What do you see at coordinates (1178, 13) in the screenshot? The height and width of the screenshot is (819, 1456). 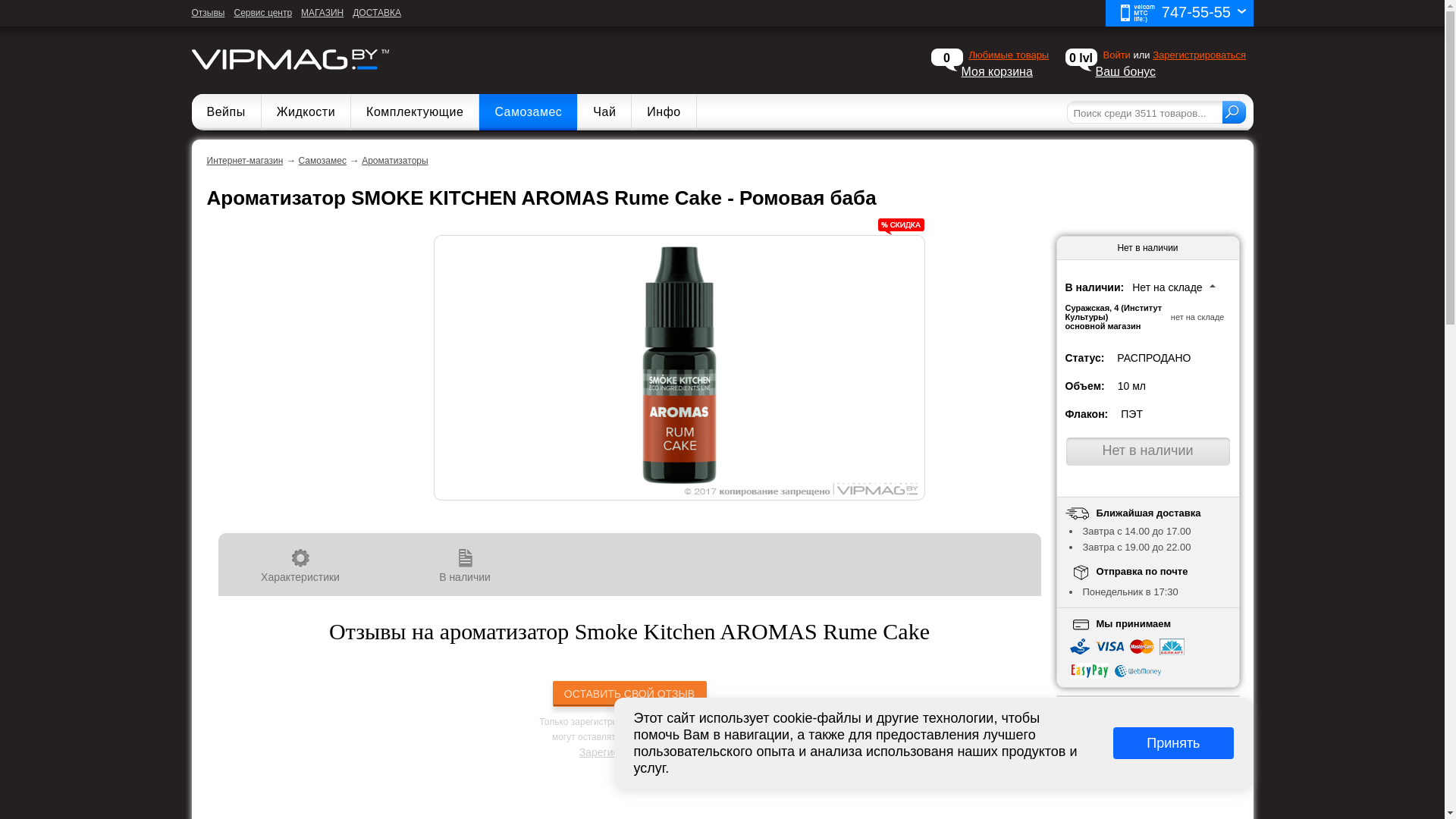 I see `'747-55-55'` at bounding box center [1178, 13].